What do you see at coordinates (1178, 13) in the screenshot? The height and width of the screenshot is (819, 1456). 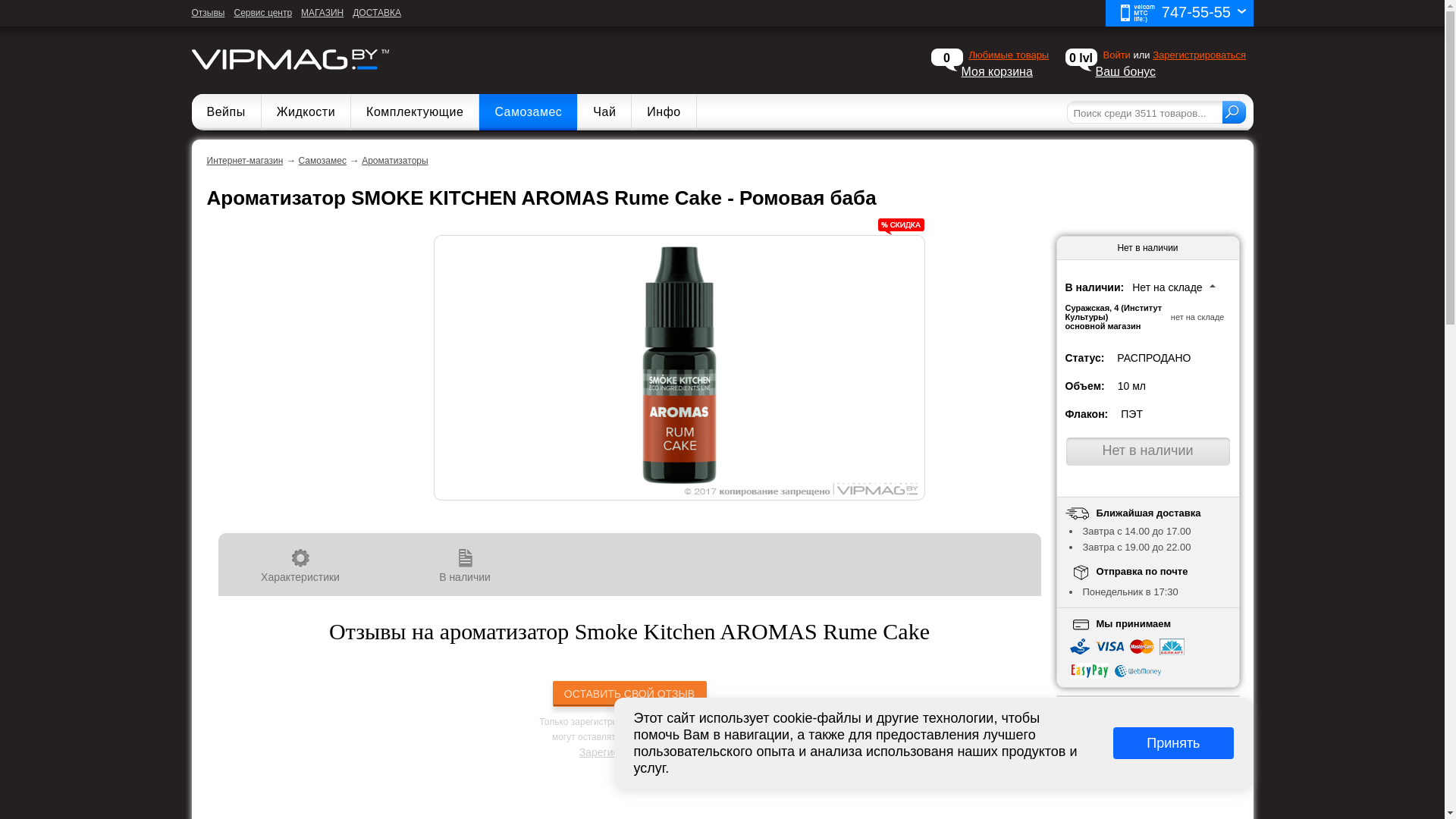 I see `'747-55-55'` at bounding box center [1178, 13].